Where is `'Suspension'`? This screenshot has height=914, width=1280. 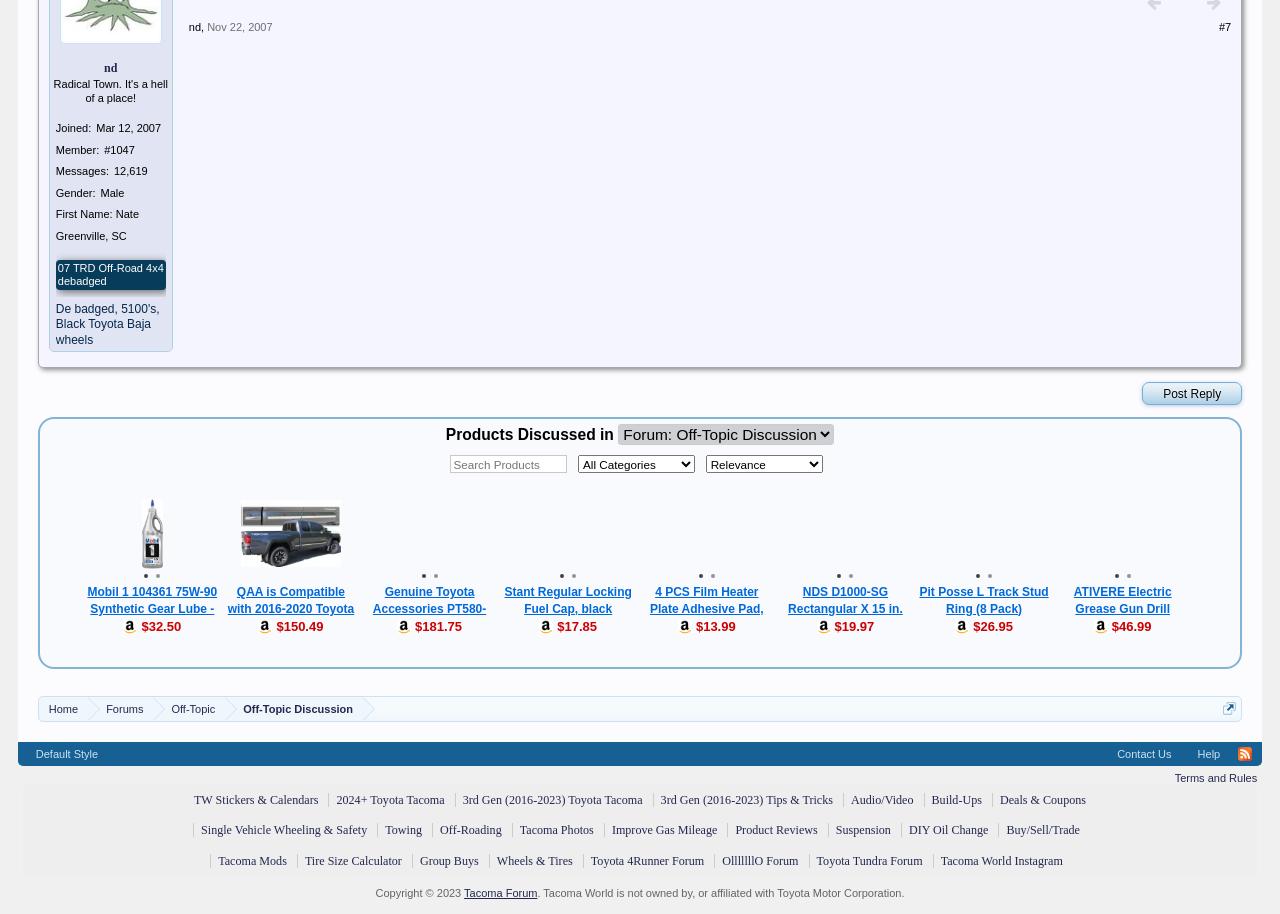
'Suspension' is located at coordinates (862, 830).